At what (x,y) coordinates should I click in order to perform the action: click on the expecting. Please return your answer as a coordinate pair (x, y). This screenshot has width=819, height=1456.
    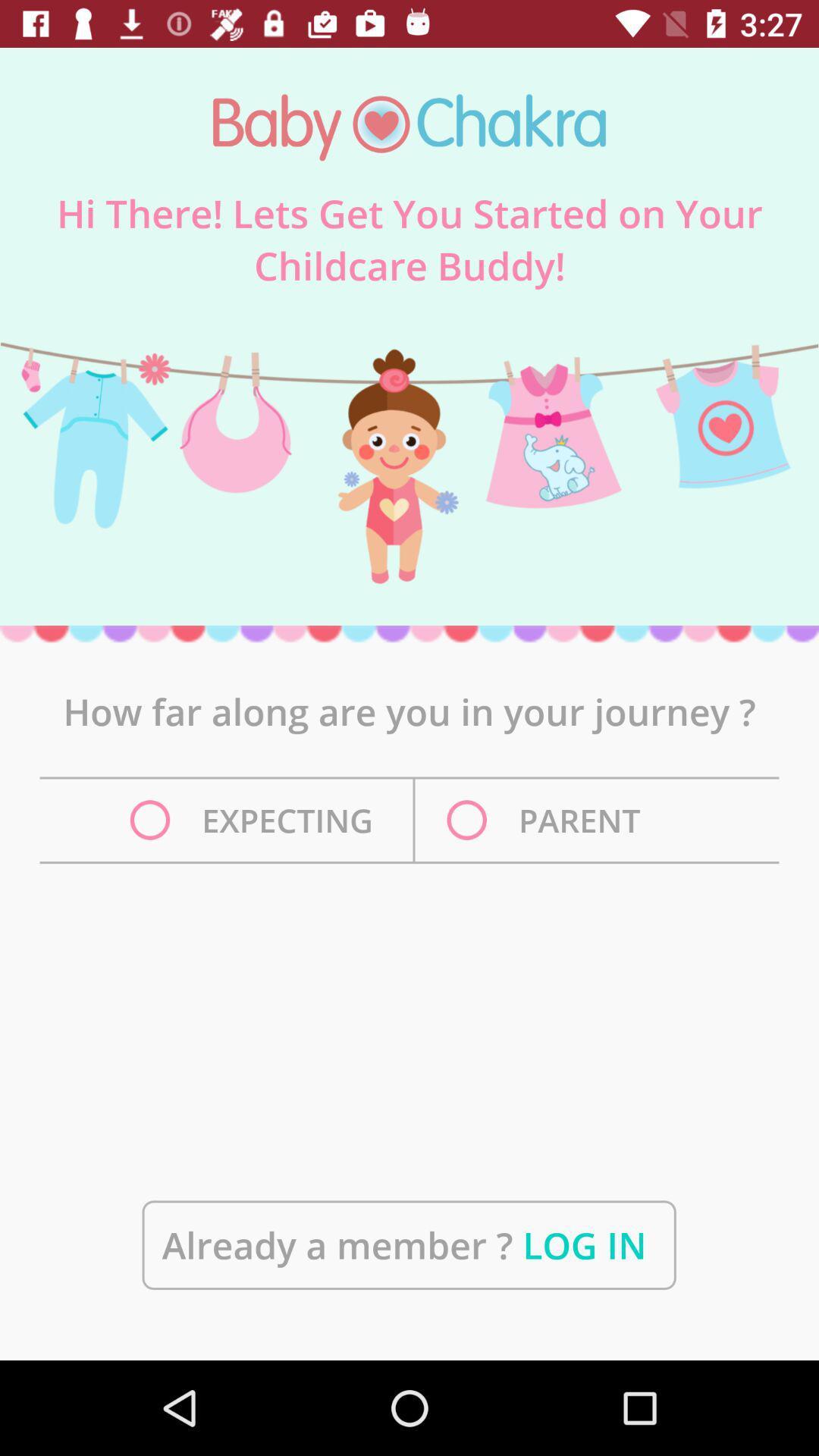
    Looking at the image, I should click on (255, 819).